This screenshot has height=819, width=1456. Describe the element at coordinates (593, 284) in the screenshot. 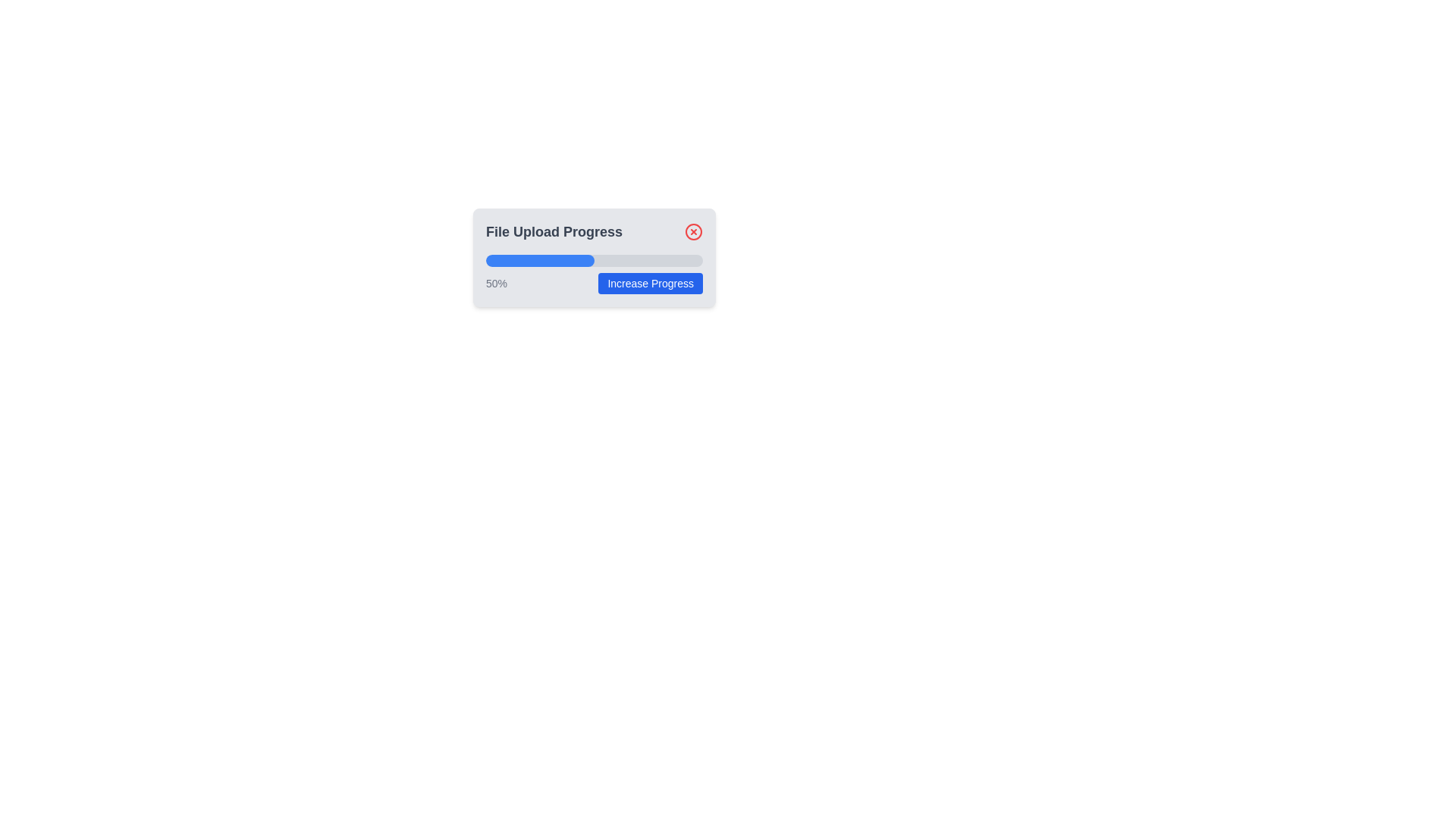

I see `the 'Increase Progress' button located to the right of the '50%' text display within the 'File Upload Progress' section for keyboard interaction` at that location.